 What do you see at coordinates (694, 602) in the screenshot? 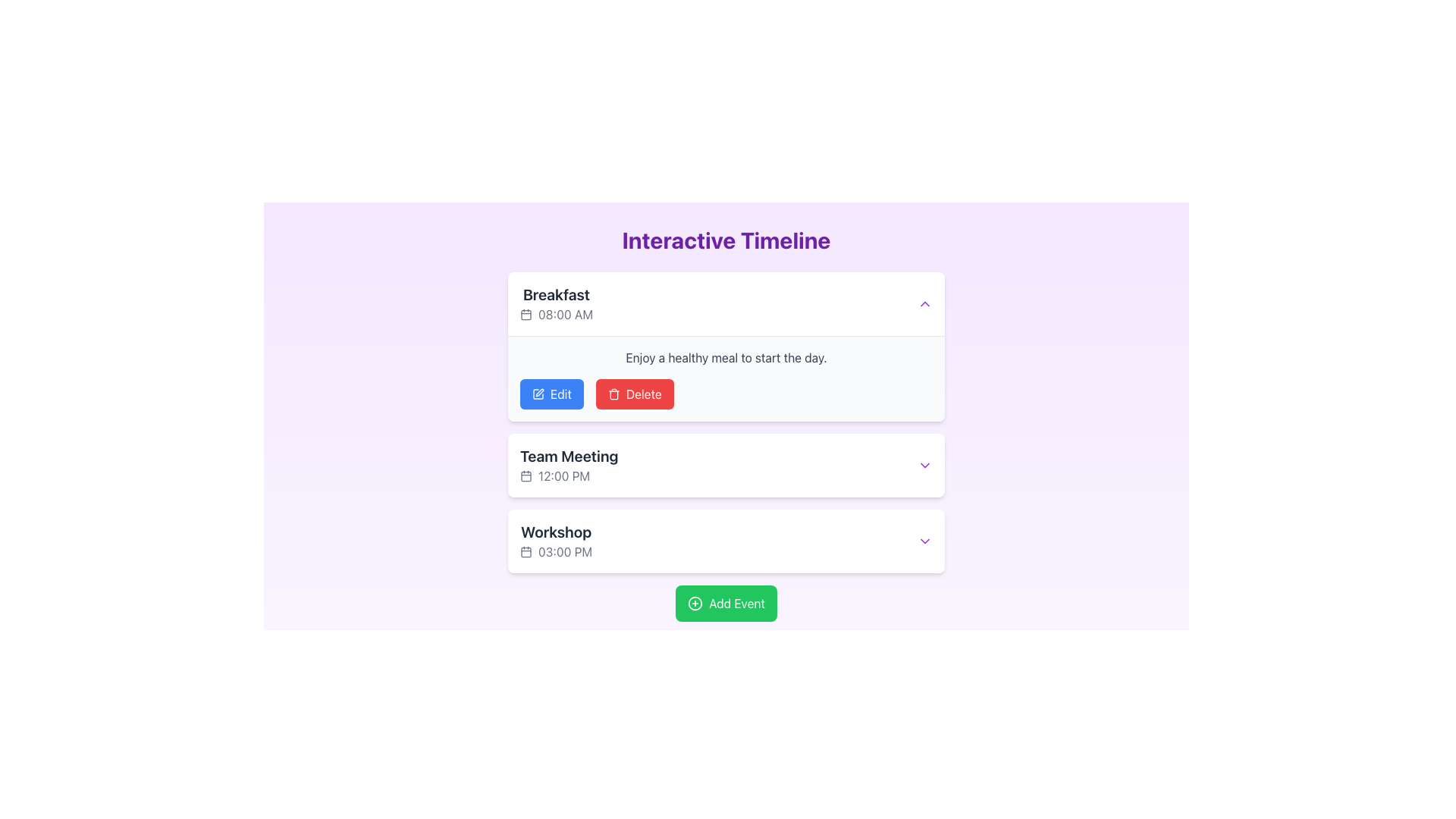
I see `the SVG Circle element which is the outermost circular outline of the '+' icon in the 'Add Event' button` at bounding box center [694, 602].